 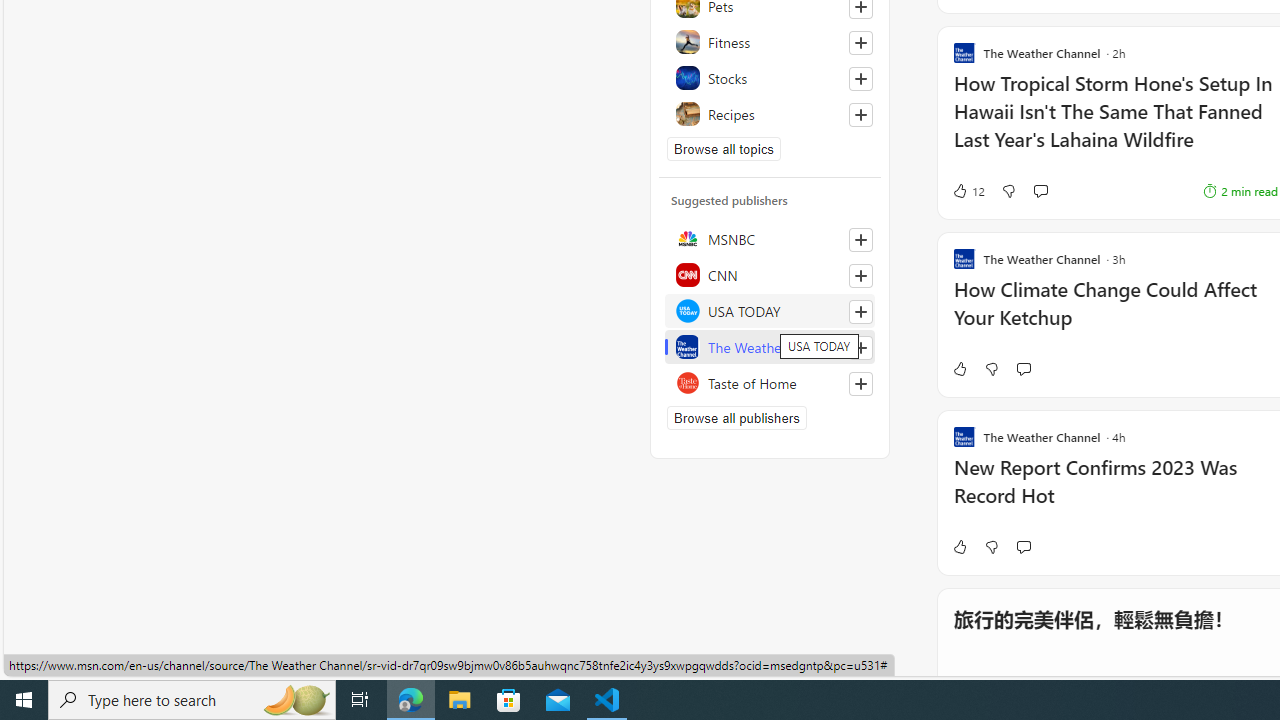 I want to click on 'Fitness', so click(x=769, y=42).